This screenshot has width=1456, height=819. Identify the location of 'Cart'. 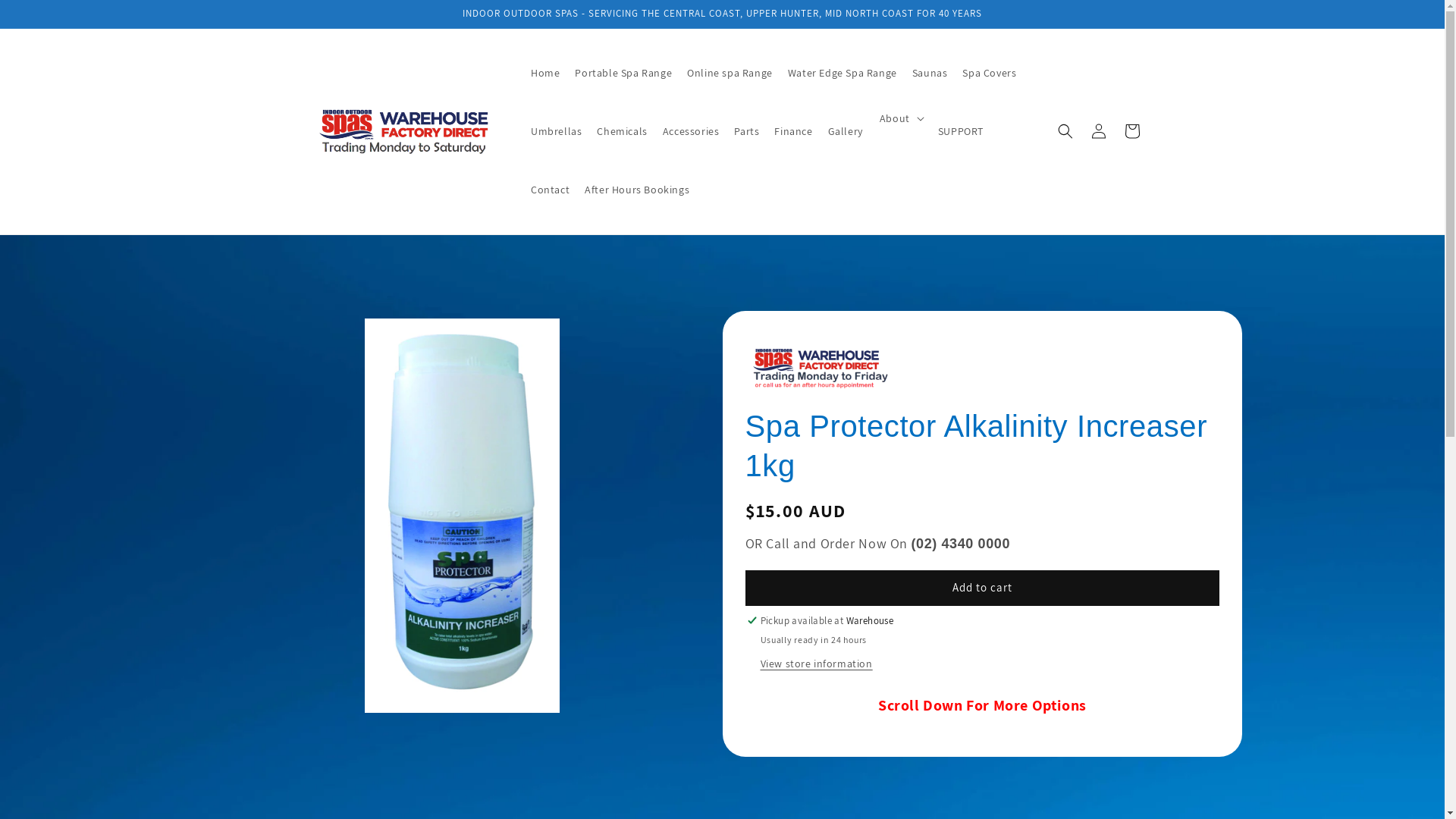
(1131, 130).